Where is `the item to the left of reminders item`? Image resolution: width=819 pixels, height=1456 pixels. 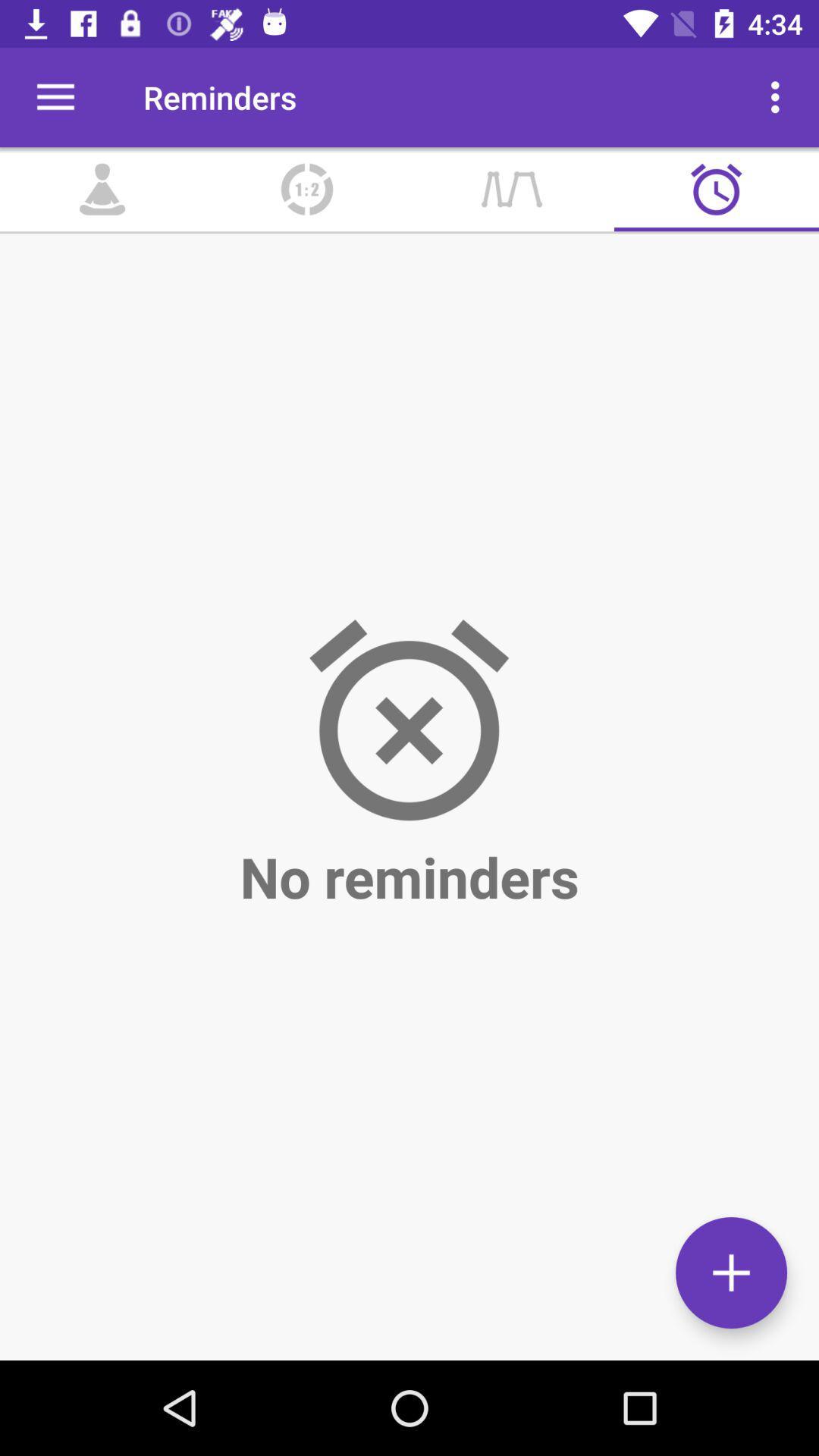
the item to the left of reminders item is located at coordinates (55, 96).